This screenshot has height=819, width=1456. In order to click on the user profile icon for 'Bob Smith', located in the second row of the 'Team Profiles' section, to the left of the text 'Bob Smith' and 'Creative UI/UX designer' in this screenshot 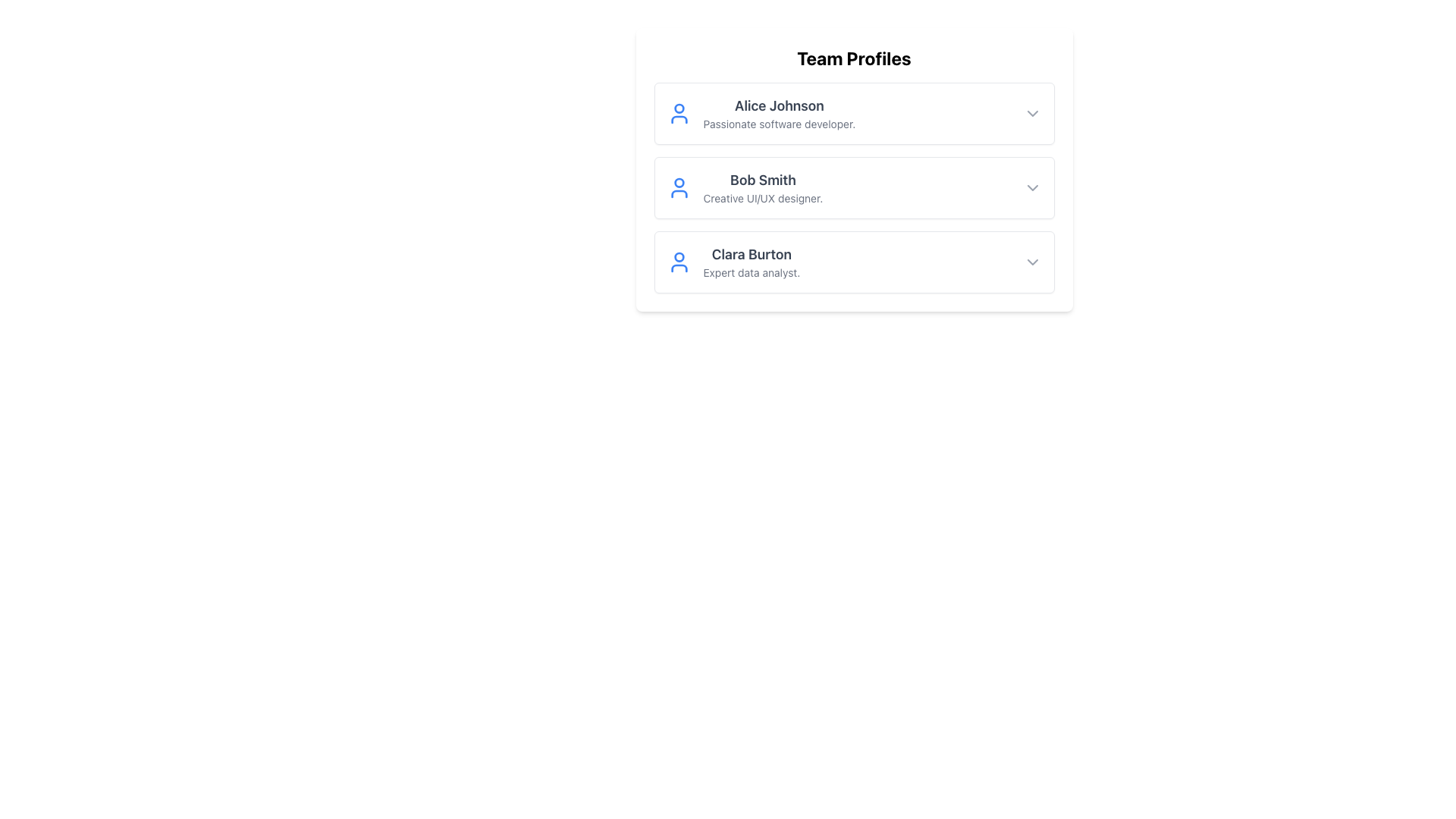, I will do `click(678, 187)`.